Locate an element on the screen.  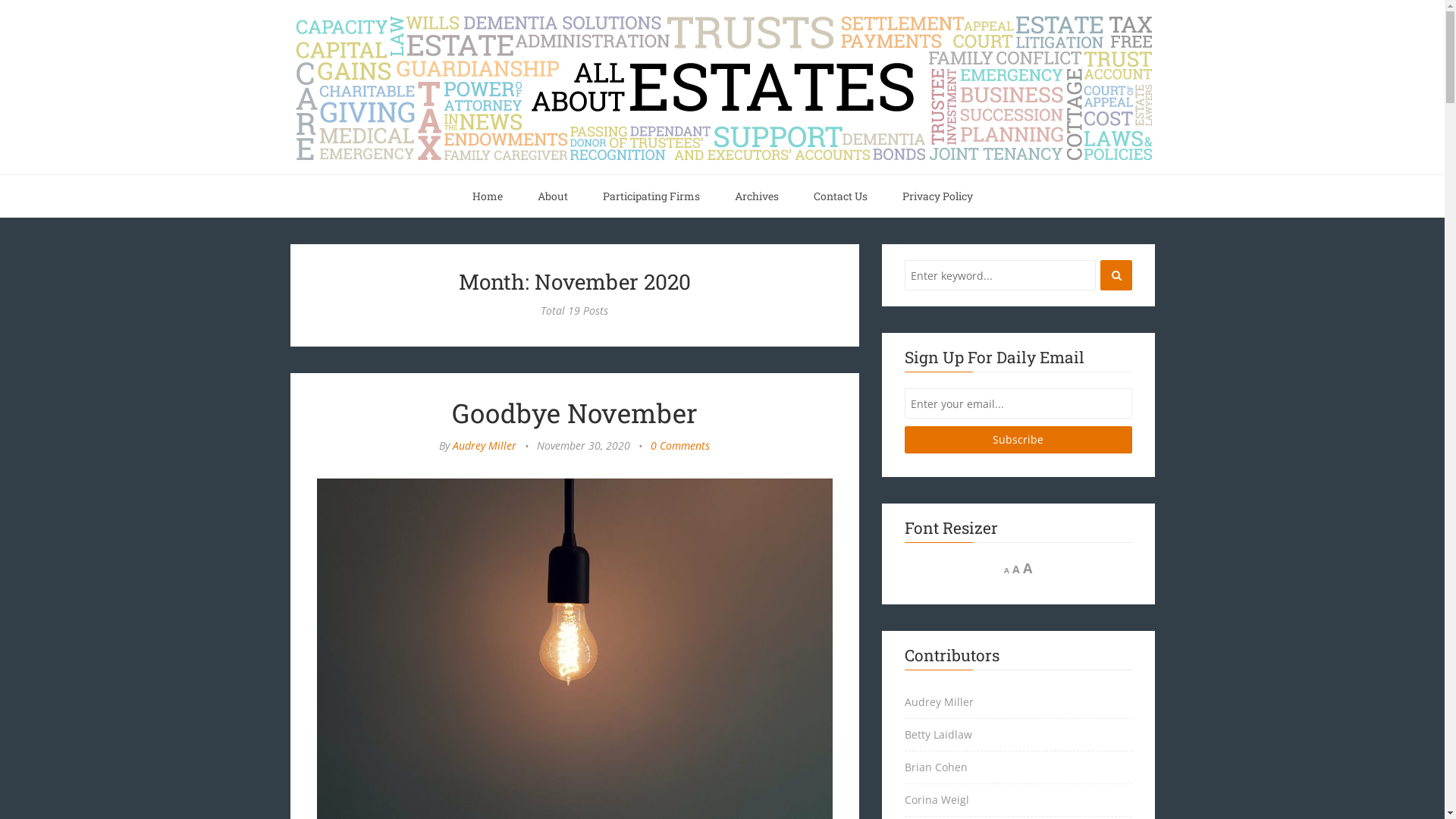
'Brian Cohen' is located at coordinates (903, 767).